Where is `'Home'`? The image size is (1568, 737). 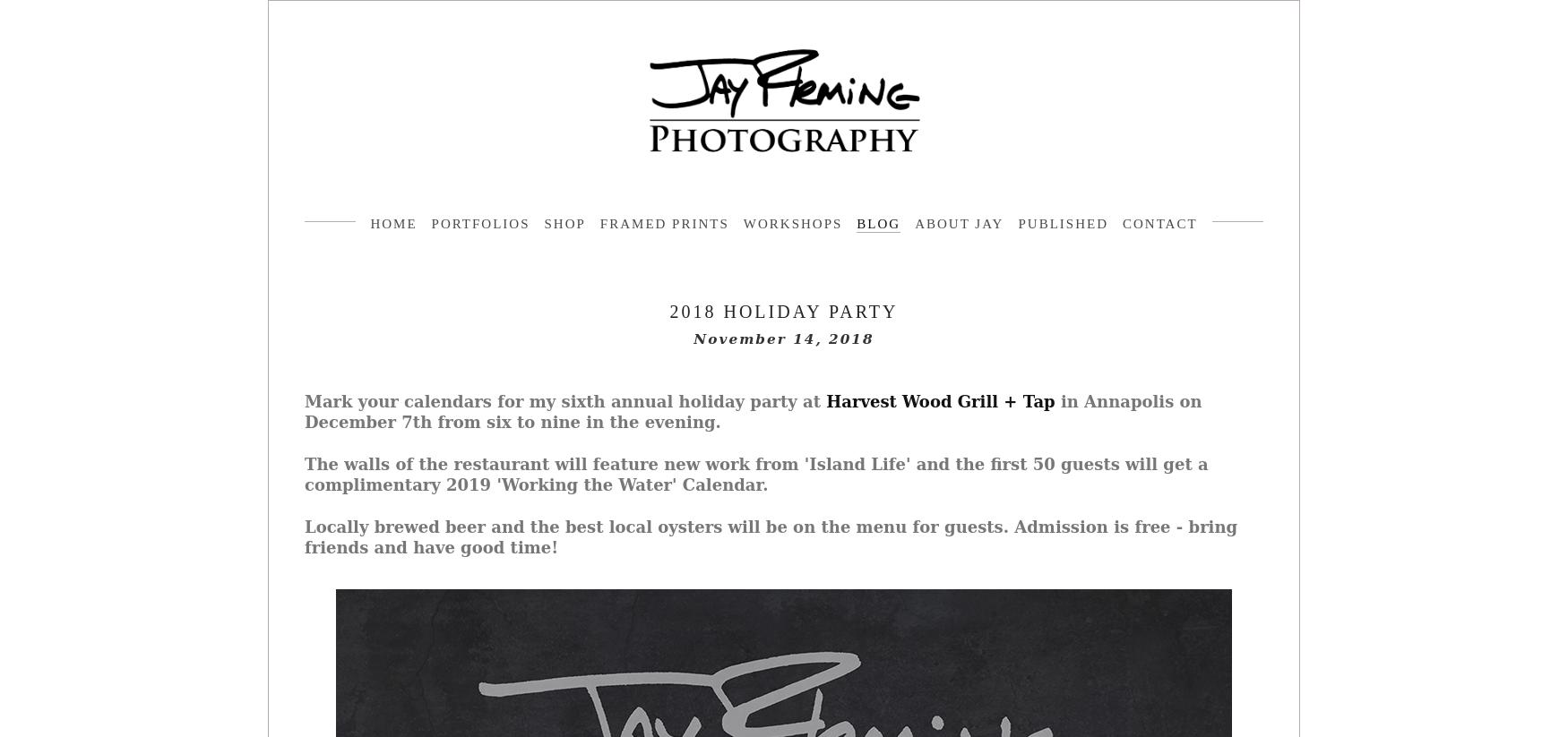 'Home' is located at coordinates (369, 223).